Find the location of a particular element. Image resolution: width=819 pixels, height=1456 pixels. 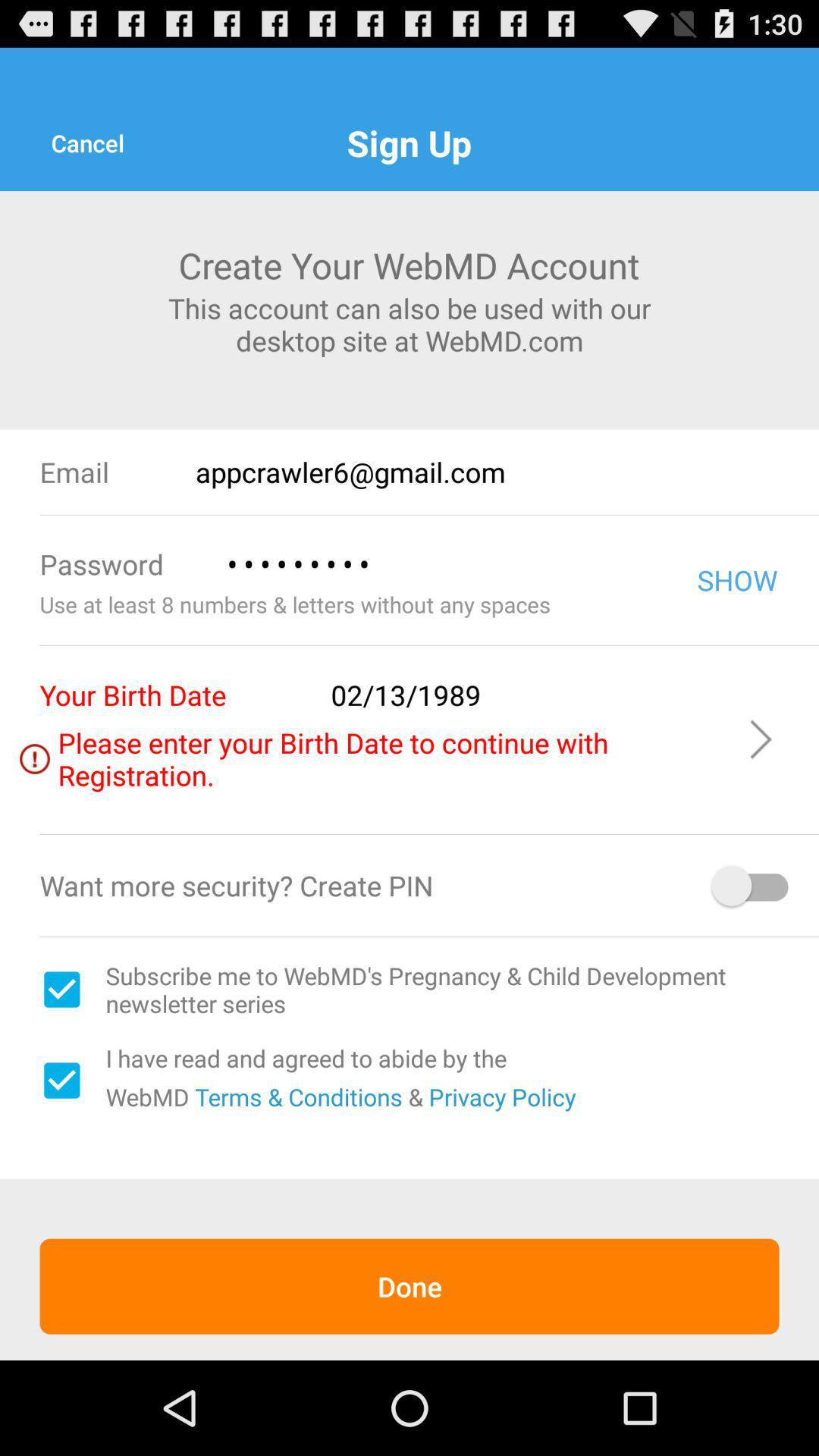

the item to the right of the  &  item is located at coordinates (502, 1097).